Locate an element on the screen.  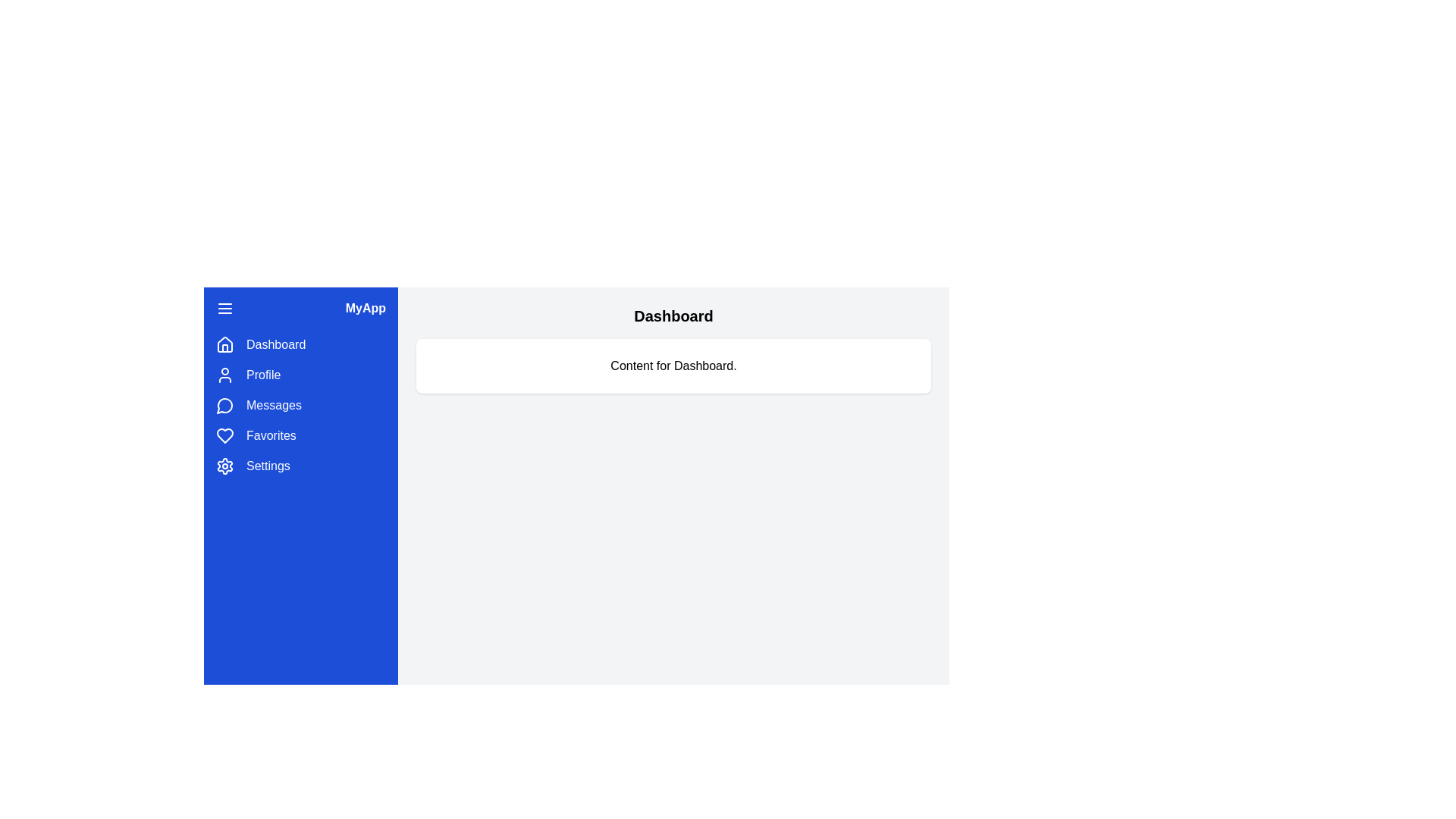
the 'Profile' label element, which is styled with white text on a blue background and is the second item in the sidebar menu is located at coordinates (263, 375).